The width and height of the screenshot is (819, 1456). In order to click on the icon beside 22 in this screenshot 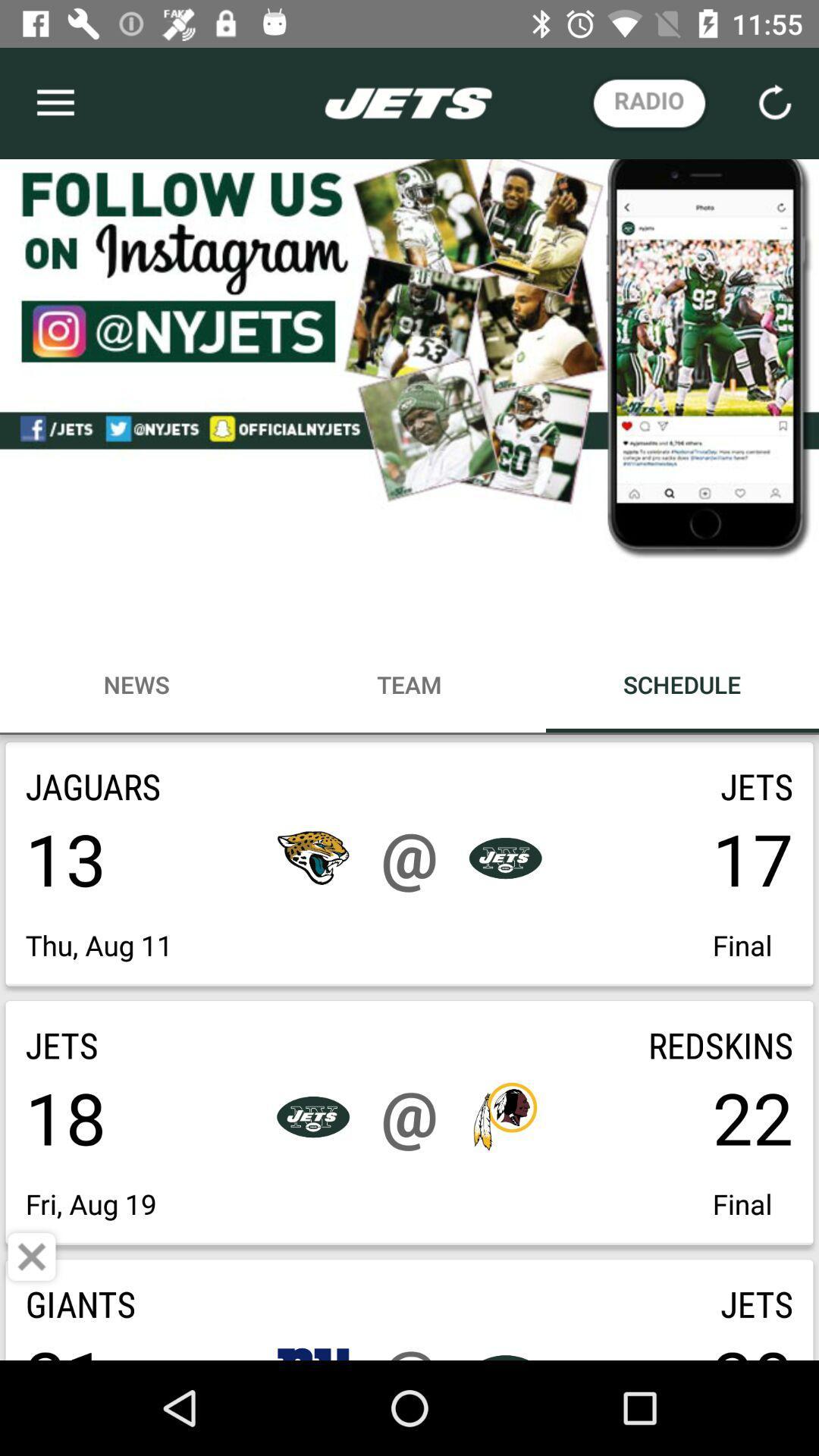, I will do `click(506, 1117)`.